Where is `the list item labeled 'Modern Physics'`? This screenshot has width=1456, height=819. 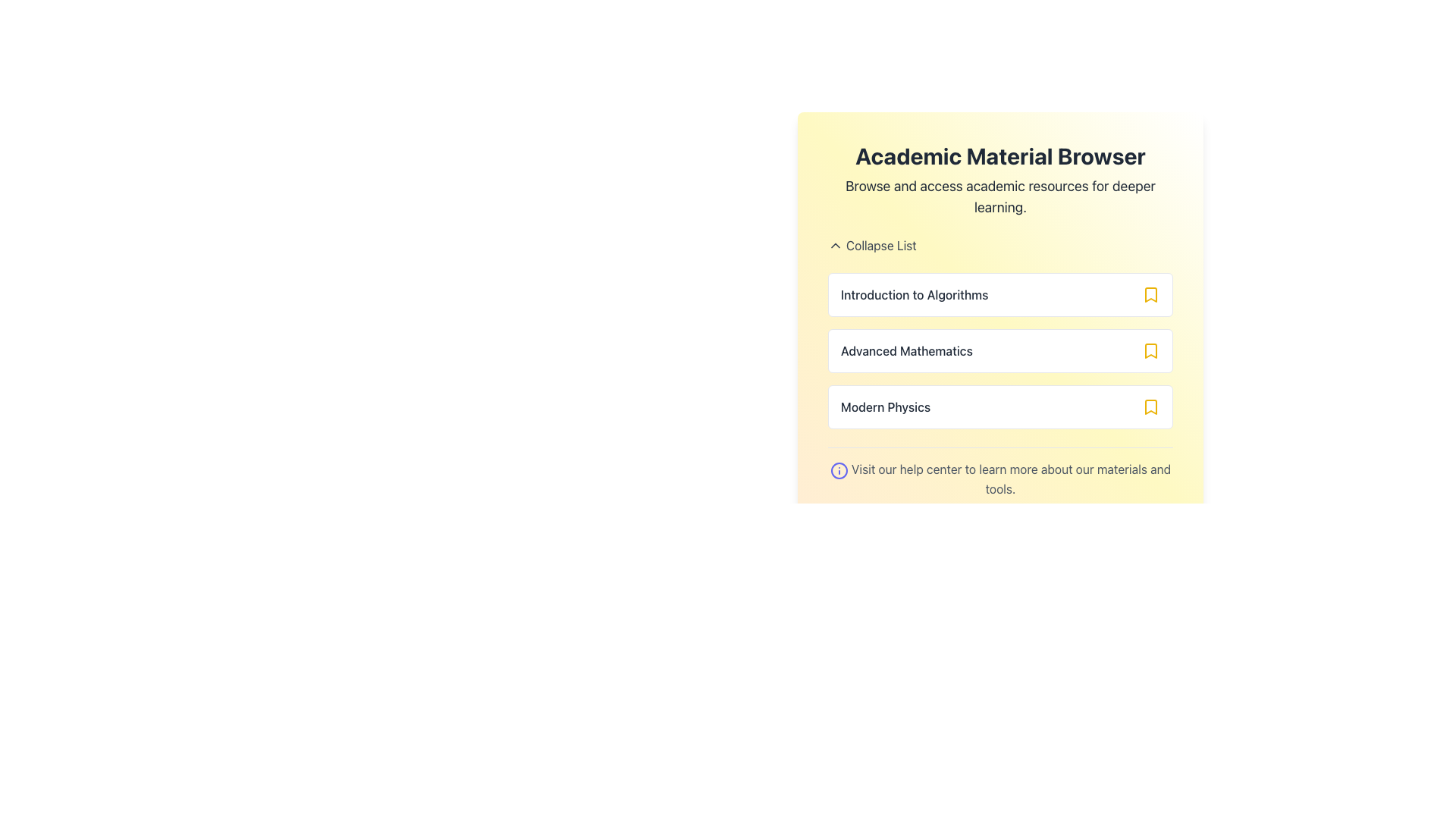 the list item labeled 'Modern Physics' is located at coordinates (1000, 406).